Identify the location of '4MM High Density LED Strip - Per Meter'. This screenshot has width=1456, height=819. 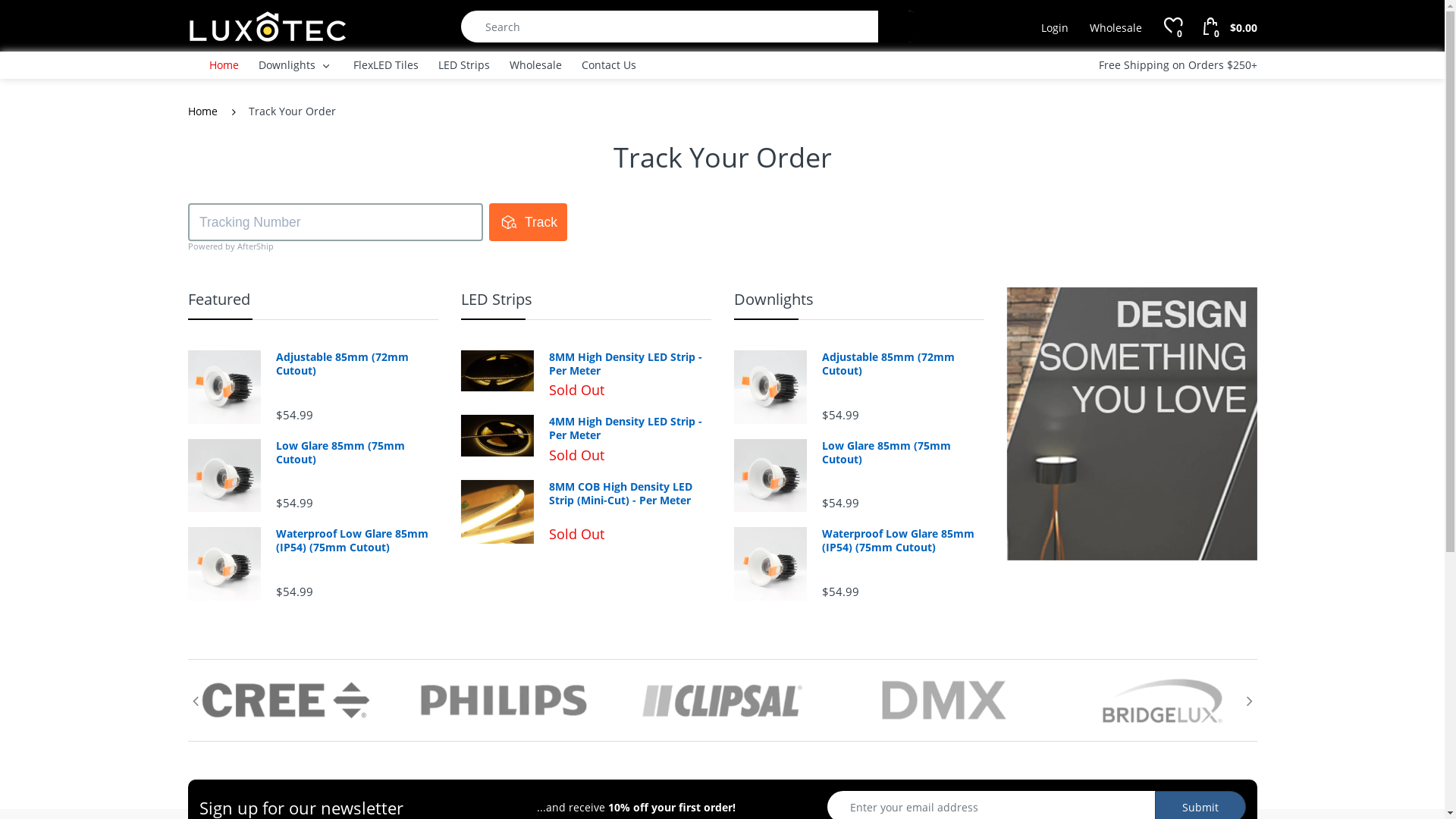
(548, 428).